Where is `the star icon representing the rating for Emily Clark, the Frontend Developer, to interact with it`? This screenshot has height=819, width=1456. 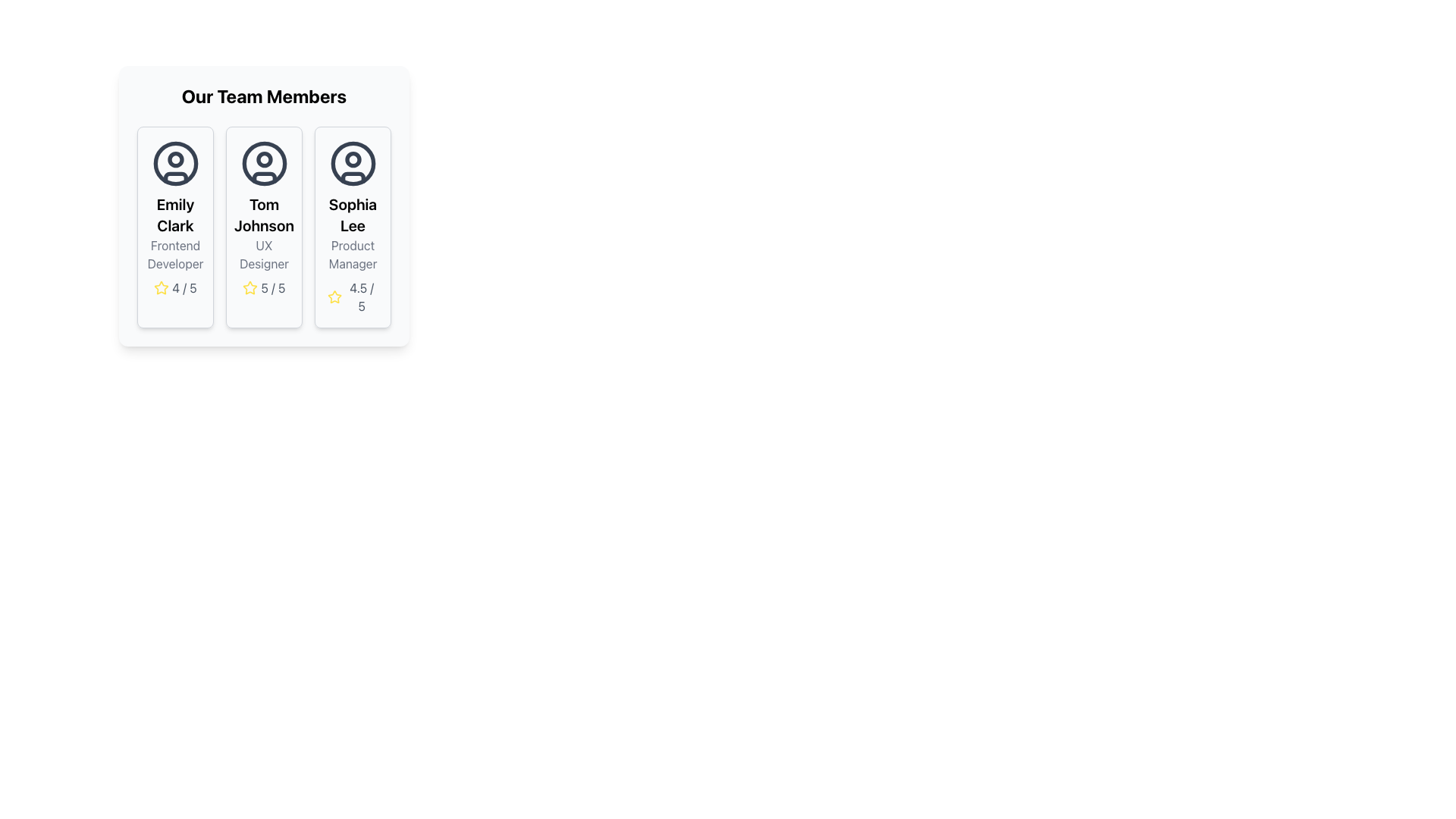 the star icon representing the rating for Emily Clark, the Frontend Developer, to interact with it is located at coordinates (161, 287).